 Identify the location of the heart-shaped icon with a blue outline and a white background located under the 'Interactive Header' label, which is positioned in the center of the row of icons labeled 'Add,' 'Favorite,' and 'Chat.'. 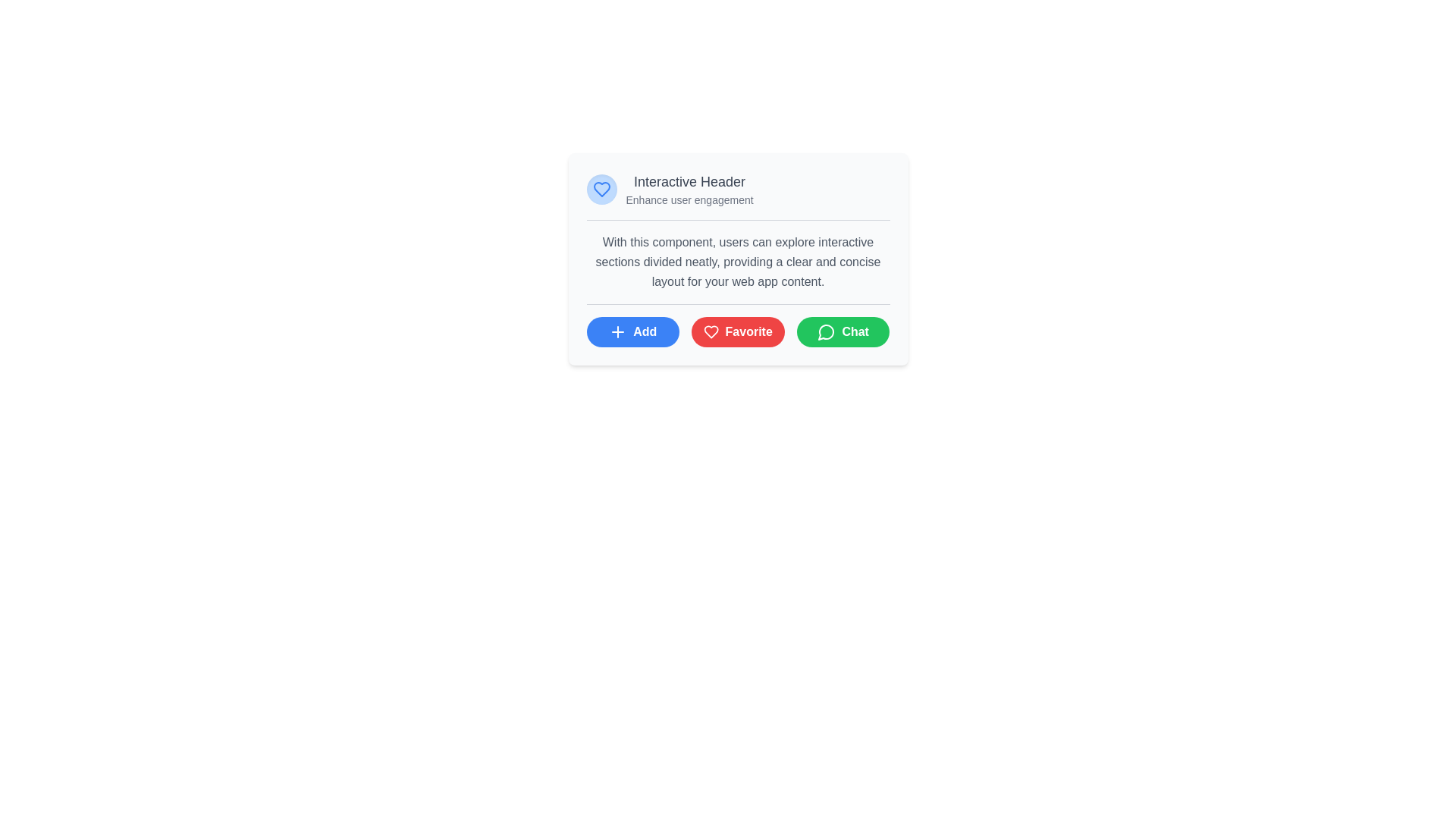
(601, 189).